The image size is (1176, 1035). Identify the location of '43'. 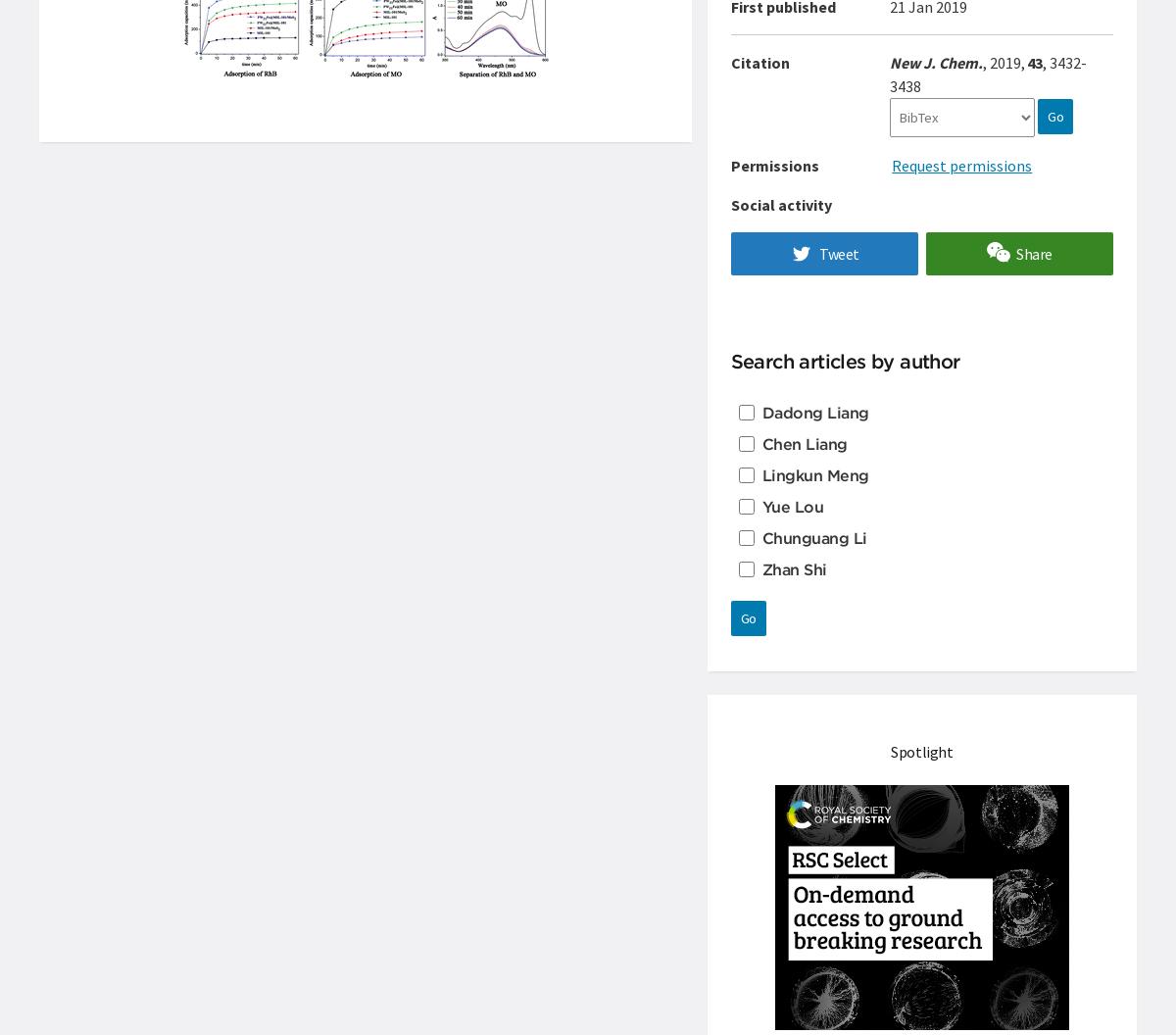
(1034, 62).